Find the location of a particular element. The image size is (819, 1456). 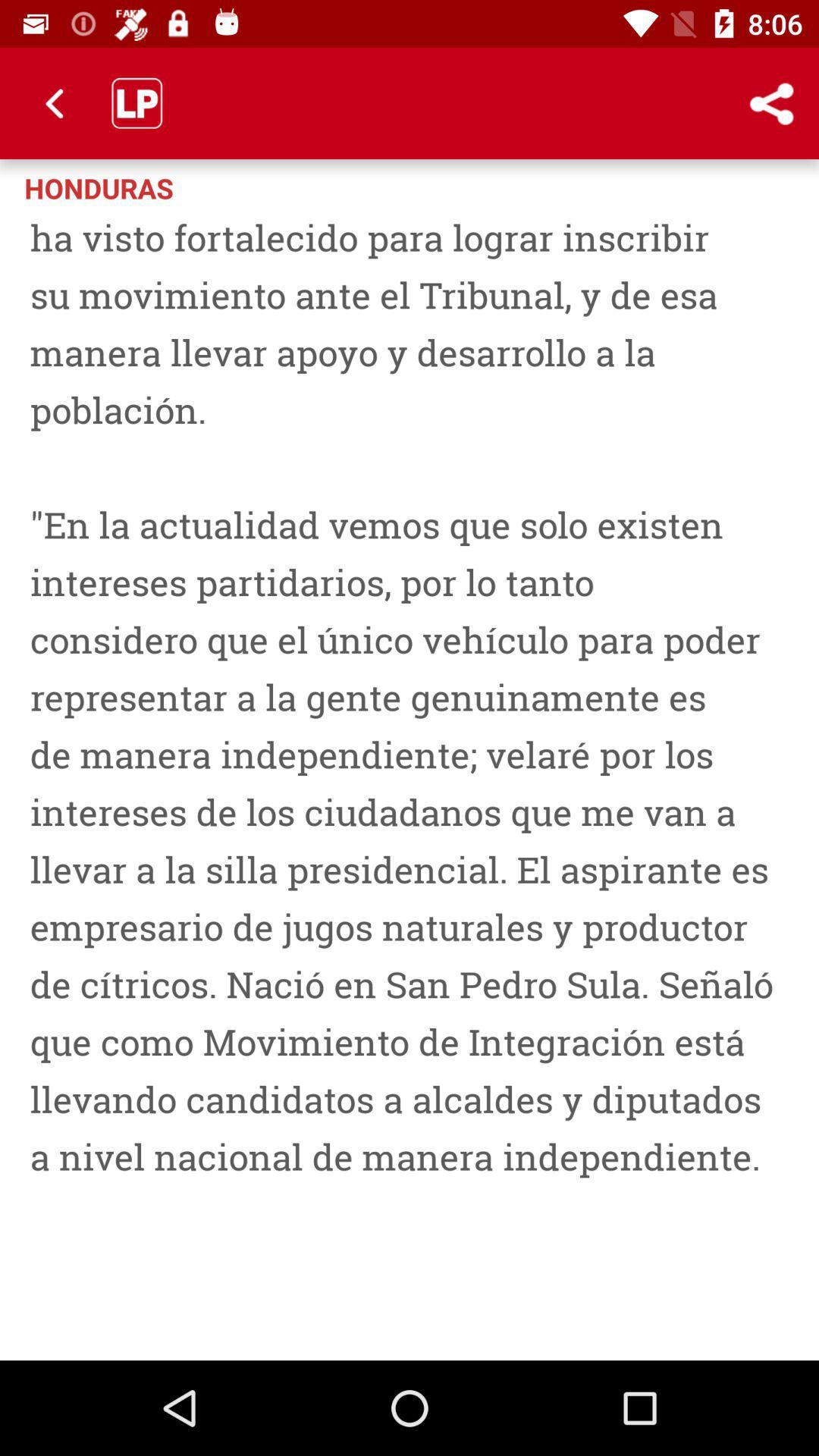

san pedro sula is located at coordinates (409, 779).